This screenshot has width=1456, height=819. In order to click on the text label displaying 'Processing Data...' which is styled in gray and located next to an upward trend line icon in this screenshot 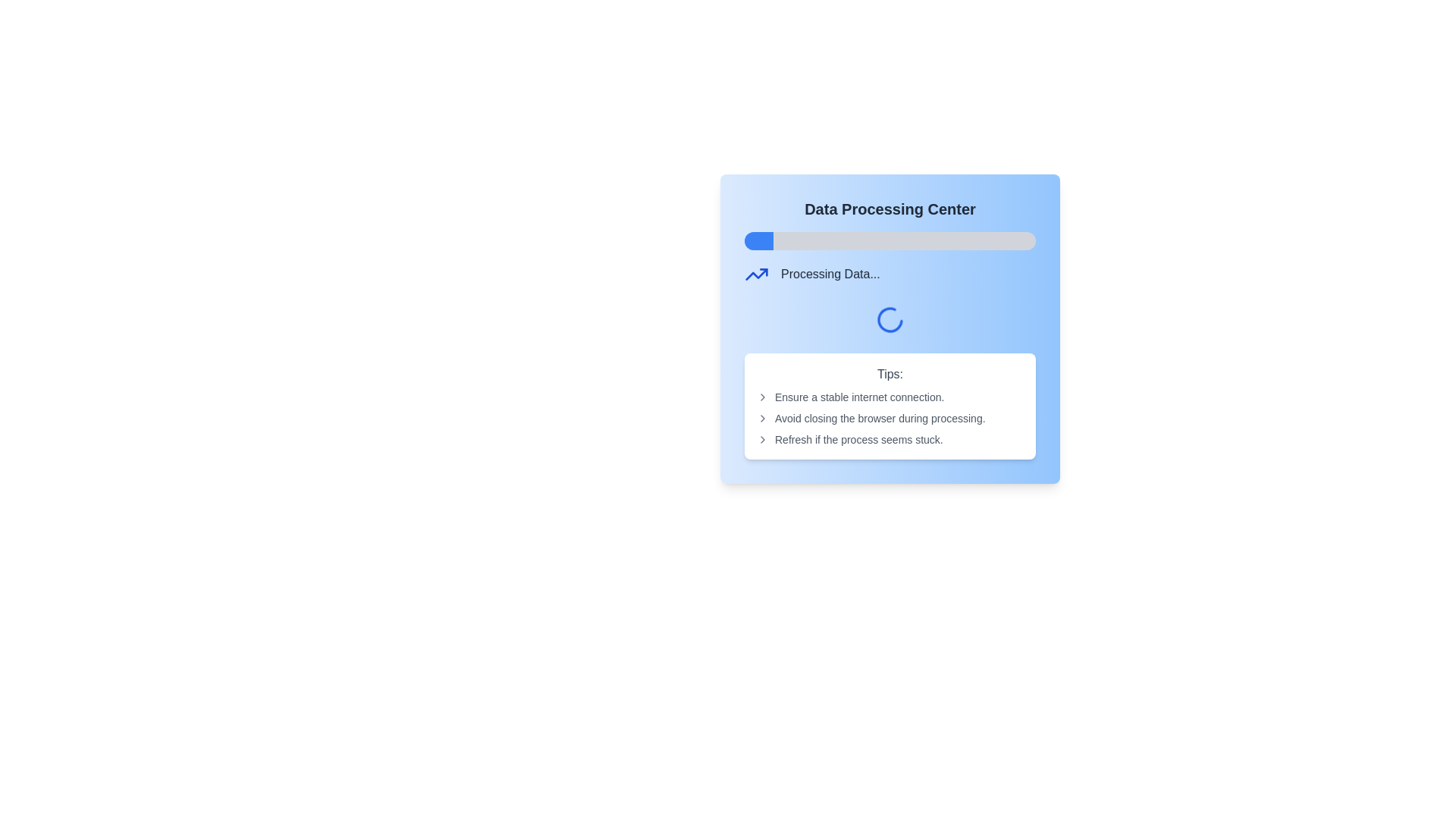, I will do `click(830, 275)`.